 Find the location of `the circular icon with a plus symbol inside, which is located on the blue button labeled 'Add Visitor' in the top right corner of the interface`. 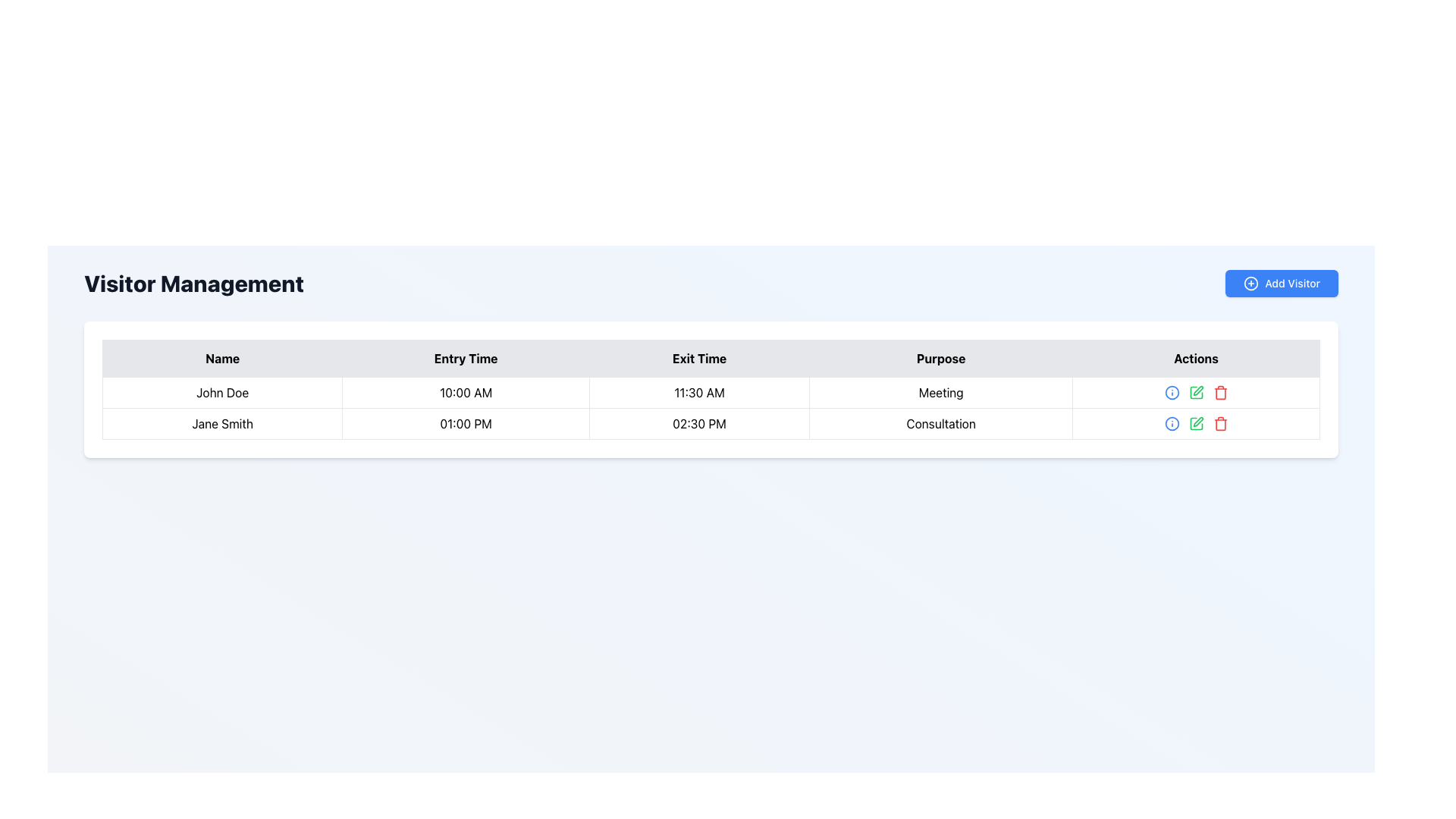

the circular icon with a plus symbol inside, which is located on the blue button labeled 'Add Visitor' in the top right corner of the interface is located at coordinates (1251, 284).